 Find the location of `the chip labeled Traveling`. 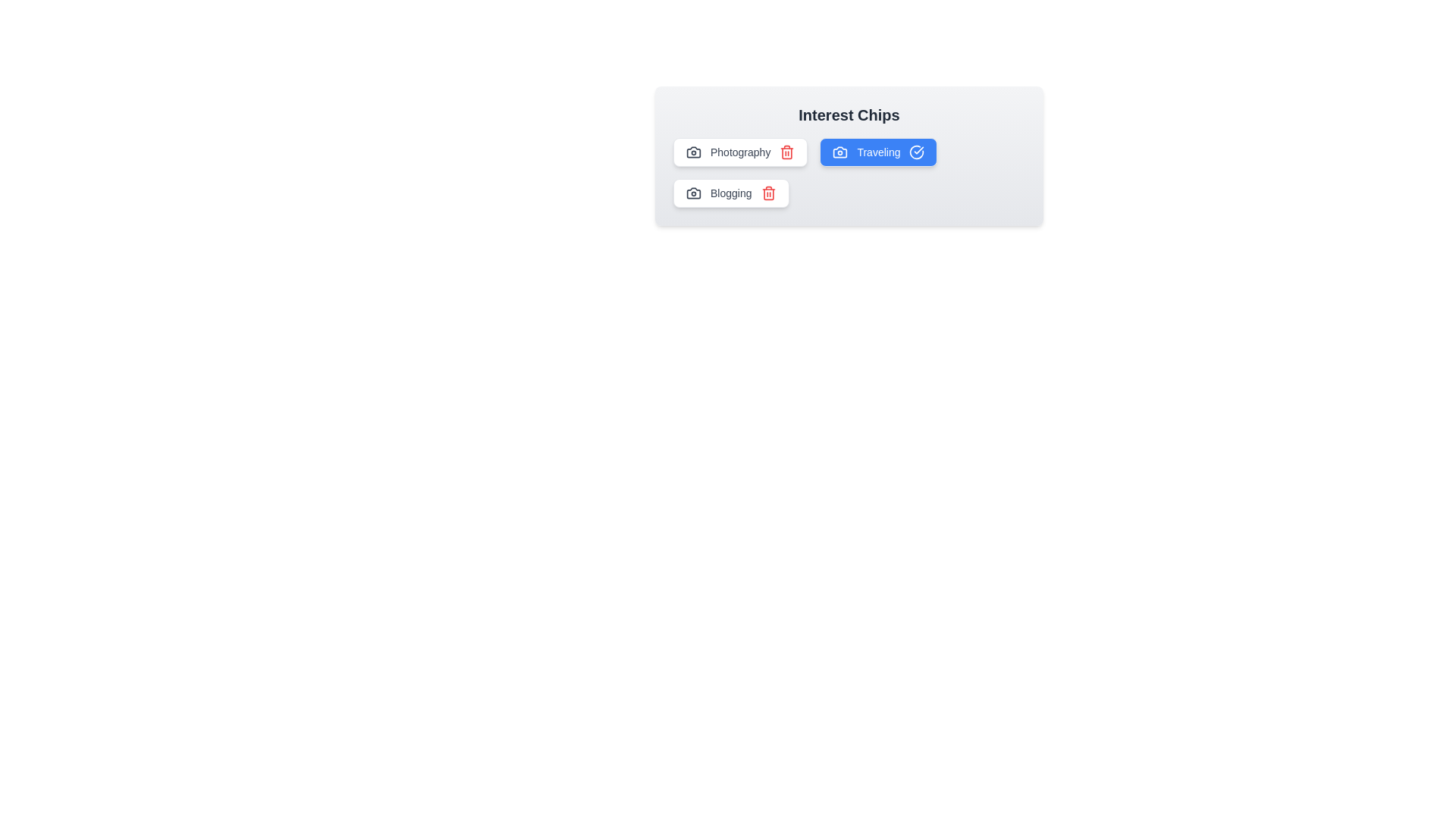

the chip labeled Traveling is located at coordinates (877, 152).